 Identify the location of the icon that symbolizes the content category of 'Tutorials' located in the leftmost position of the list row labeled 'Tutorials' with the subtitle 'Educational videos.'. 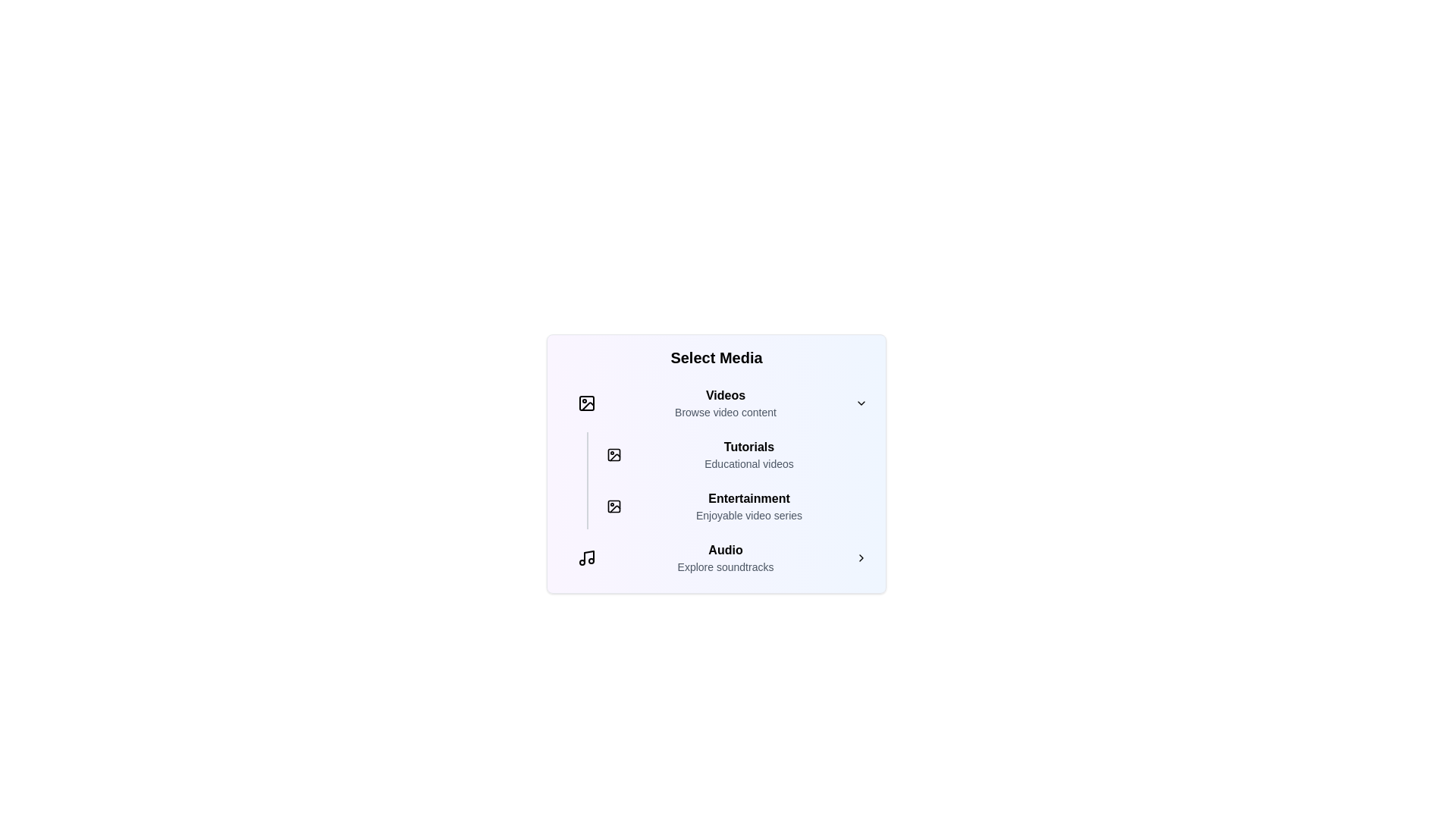
(614, 454).